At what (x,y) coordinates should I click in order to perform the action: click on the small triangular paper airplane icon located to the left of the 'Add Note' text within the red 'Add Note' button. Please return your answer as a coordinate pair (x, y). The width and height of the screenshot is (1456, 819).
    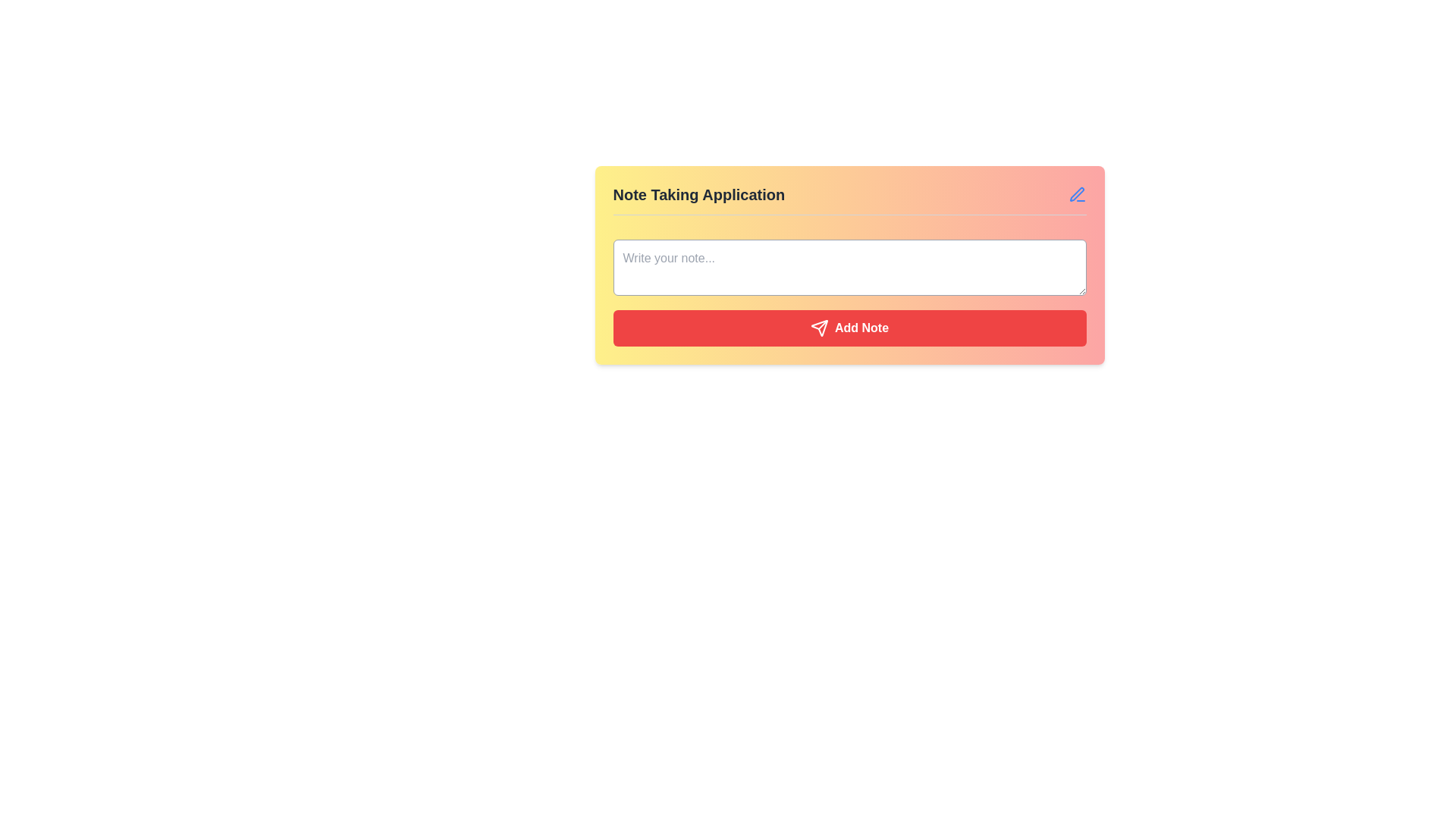
    Looking at the image, I should click on (818, 327).